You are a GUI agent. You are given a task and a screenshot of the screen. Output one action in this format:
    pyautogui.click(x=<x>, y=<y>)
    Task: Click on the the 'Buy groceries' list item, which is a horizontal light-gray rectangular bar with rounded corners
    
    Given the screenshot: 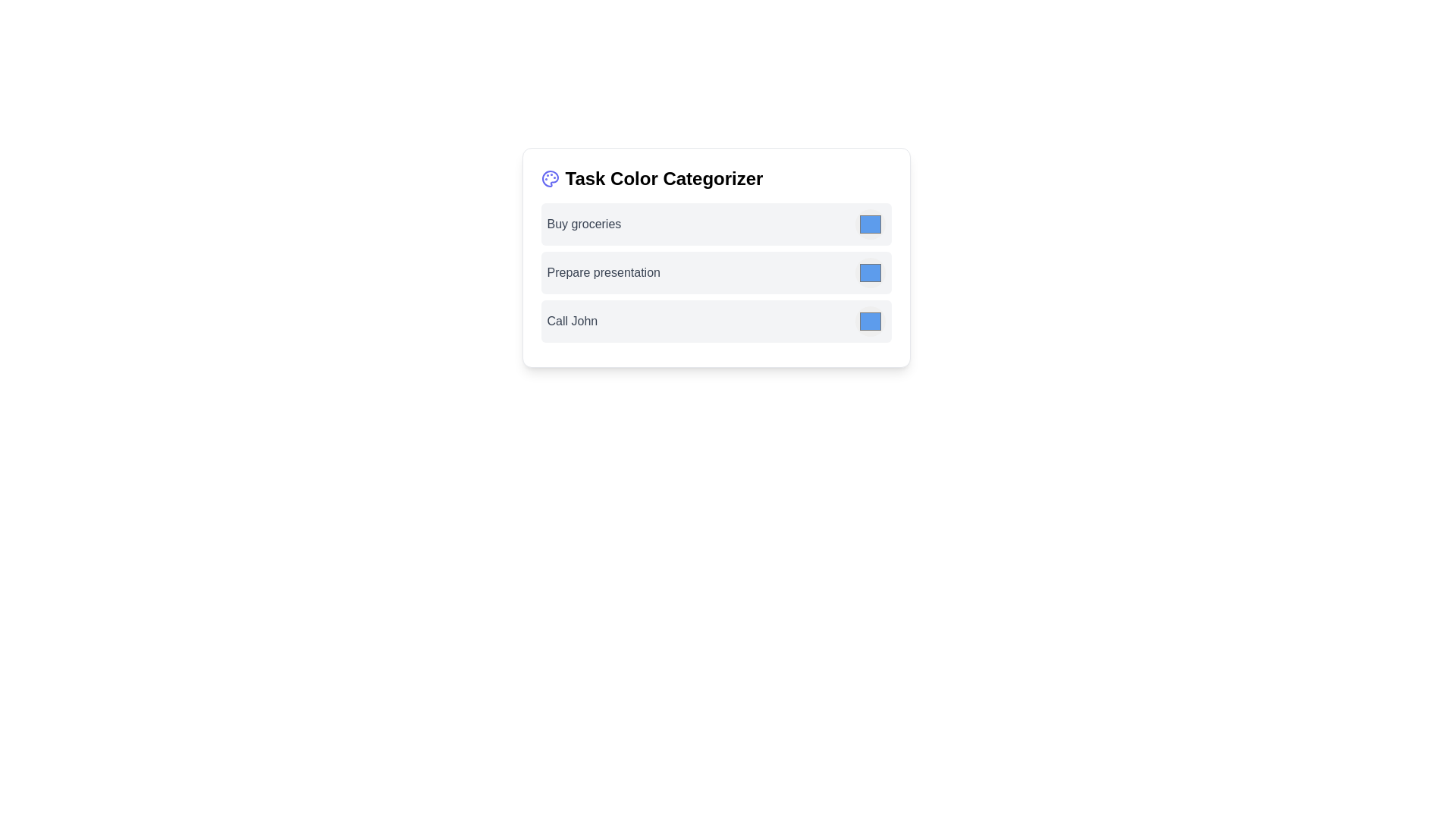 What is the action you would take?
    pyautogui.click(x=715, y=224)
    